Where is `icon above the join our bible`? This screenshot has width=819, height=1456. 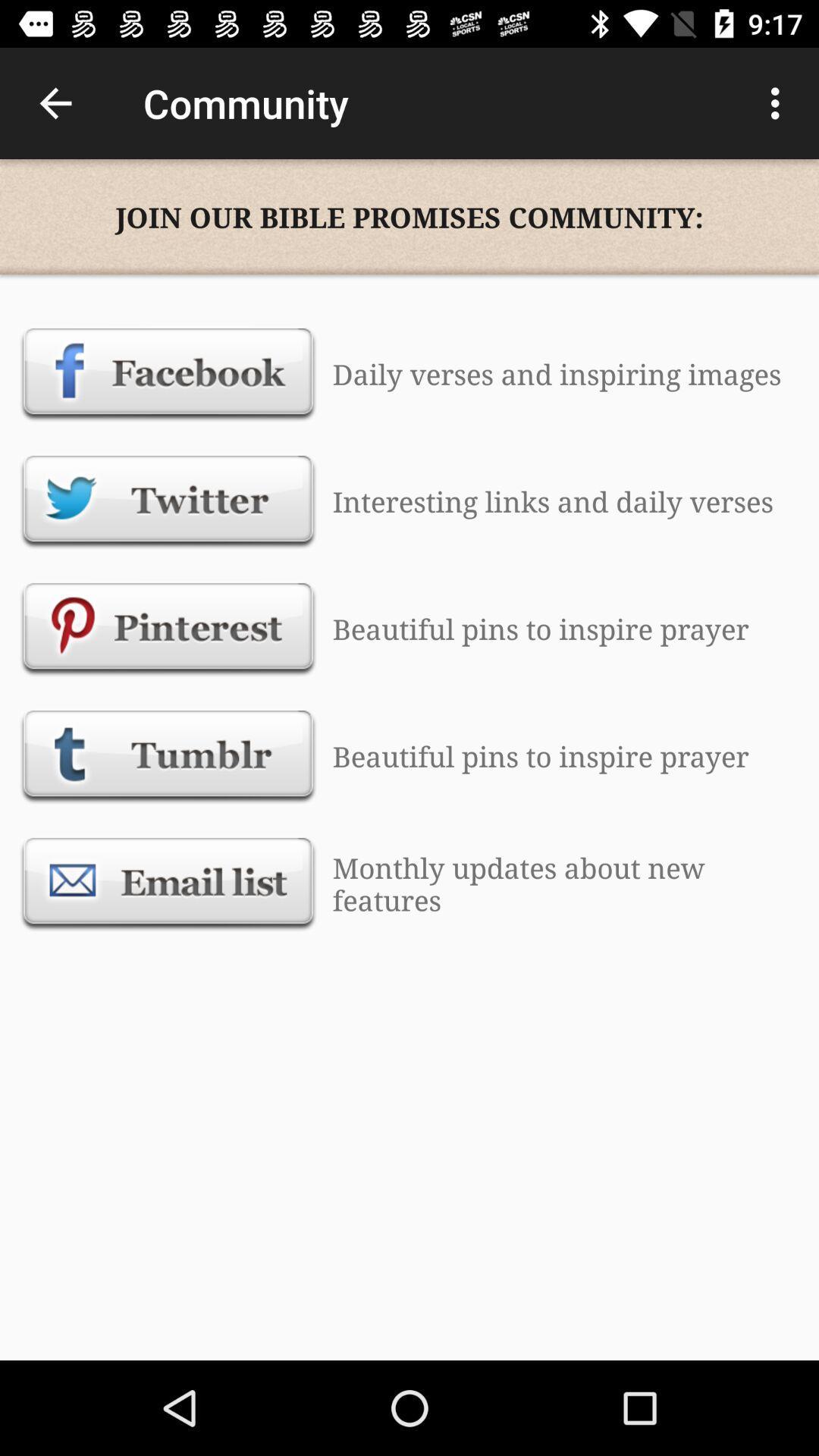
icon above the join our bible is located at coordinates (55, 102).